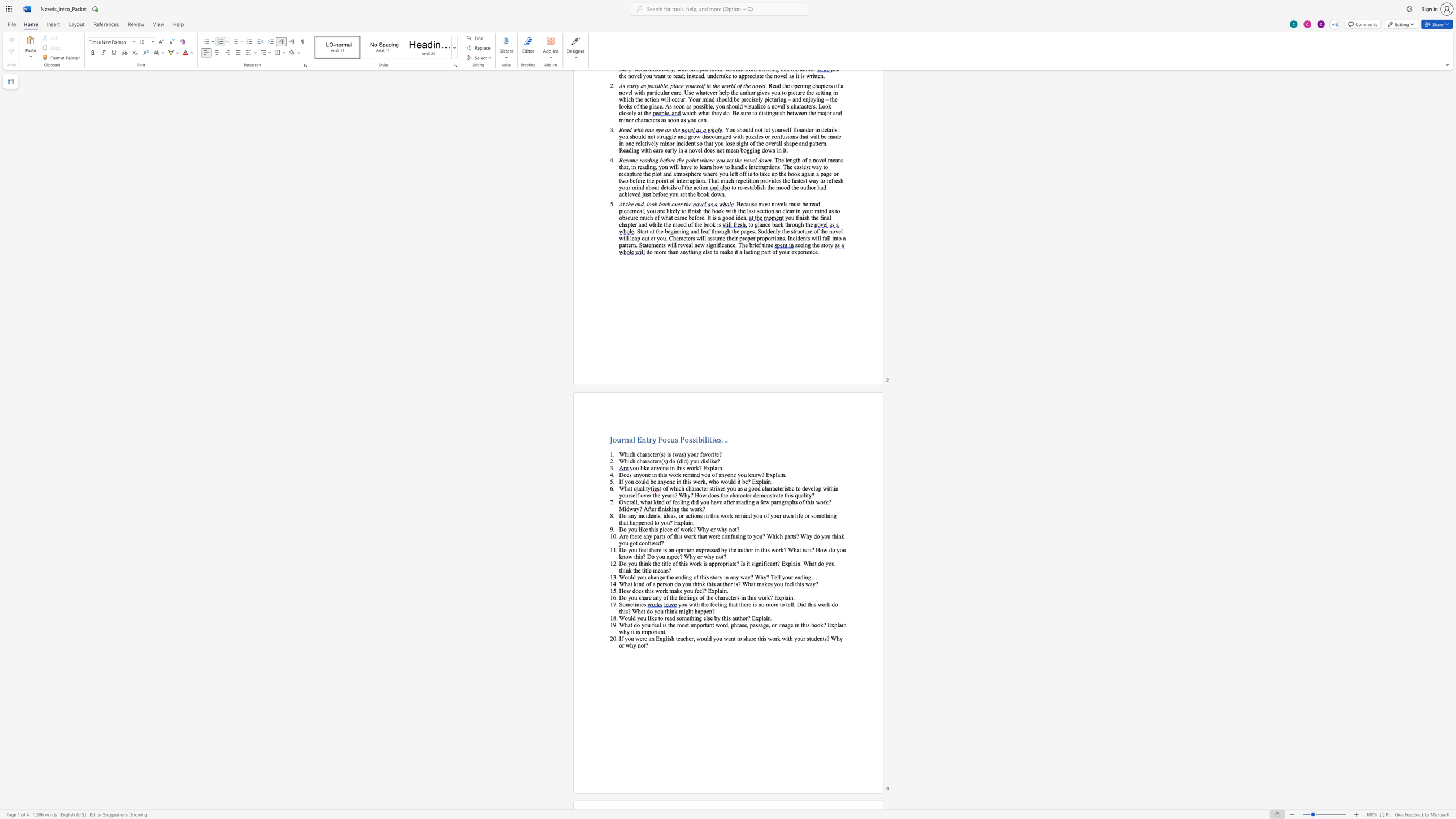  Describe the element at coordinates (632, 439) in the screenshot. I see `the space between the continuous character "a" and "l" in the text` at that location.